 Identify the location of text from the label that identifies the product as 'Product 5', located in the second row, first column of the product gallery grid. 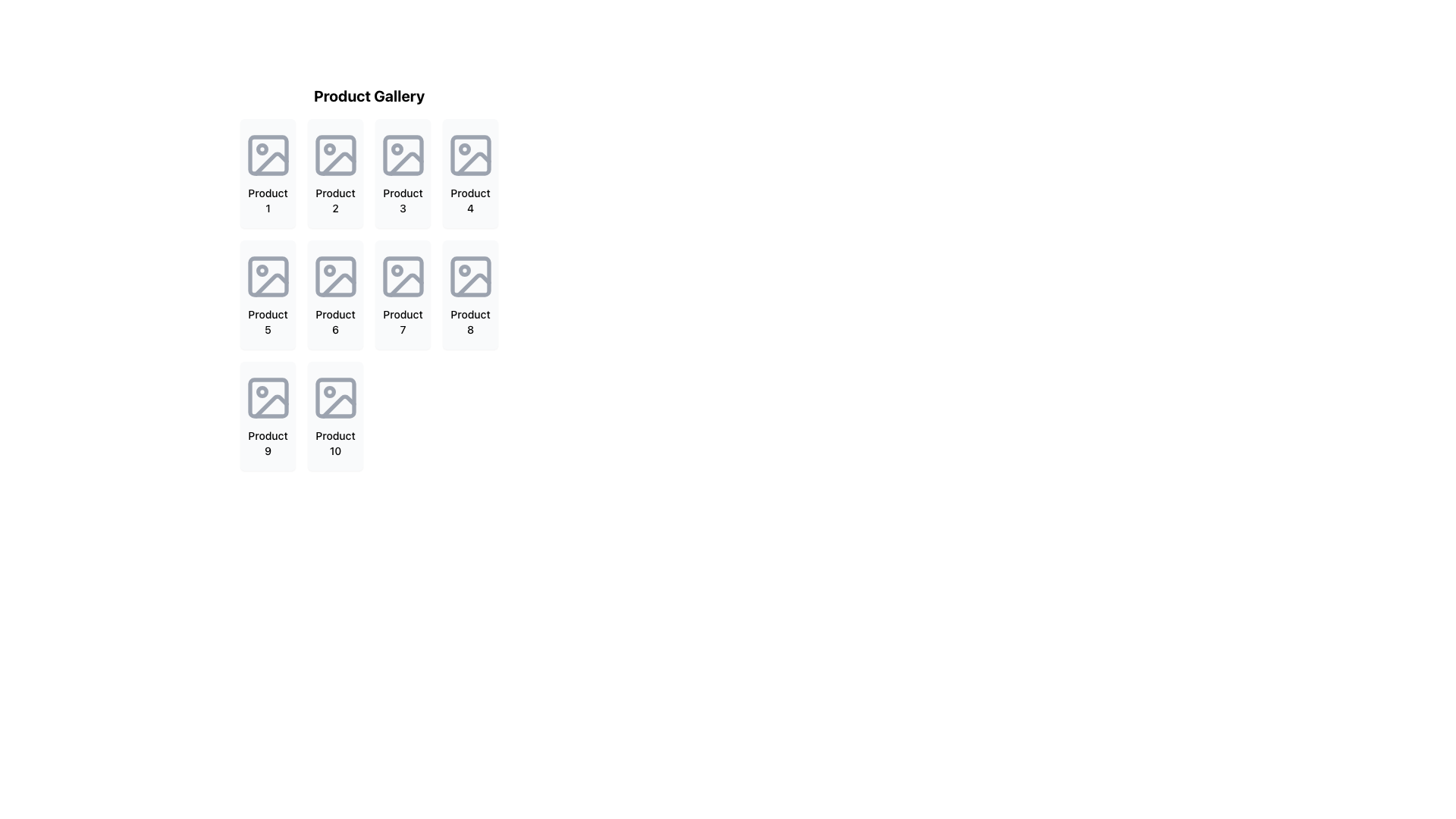
(268, 321).